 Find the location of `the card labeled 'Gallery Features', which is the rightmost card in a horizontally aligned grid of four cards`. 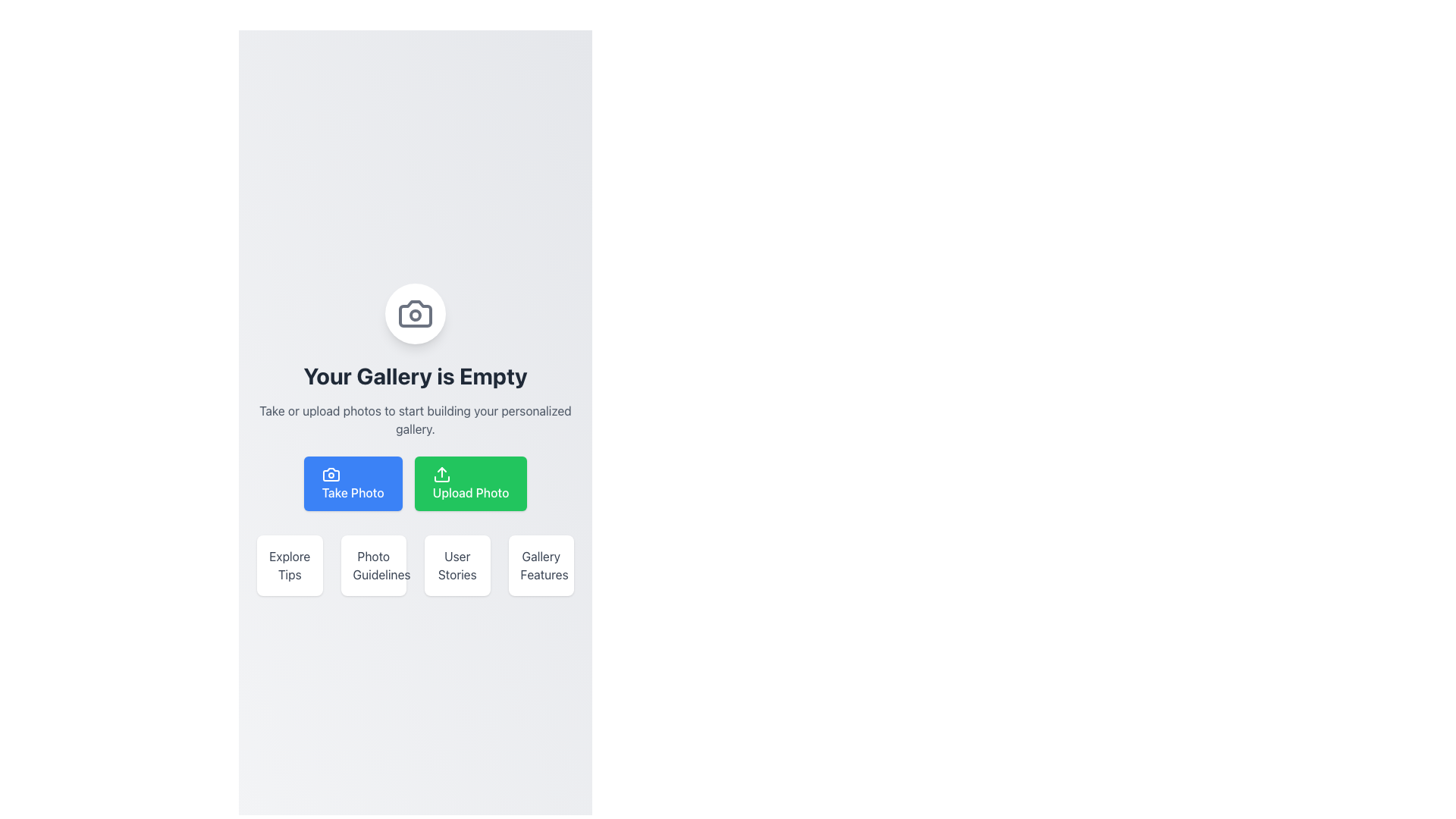

the card labeled 'Gallery Features', which is the rightmost card in a horizontally aligned grid of four cards is located at coordinates (541, 565).